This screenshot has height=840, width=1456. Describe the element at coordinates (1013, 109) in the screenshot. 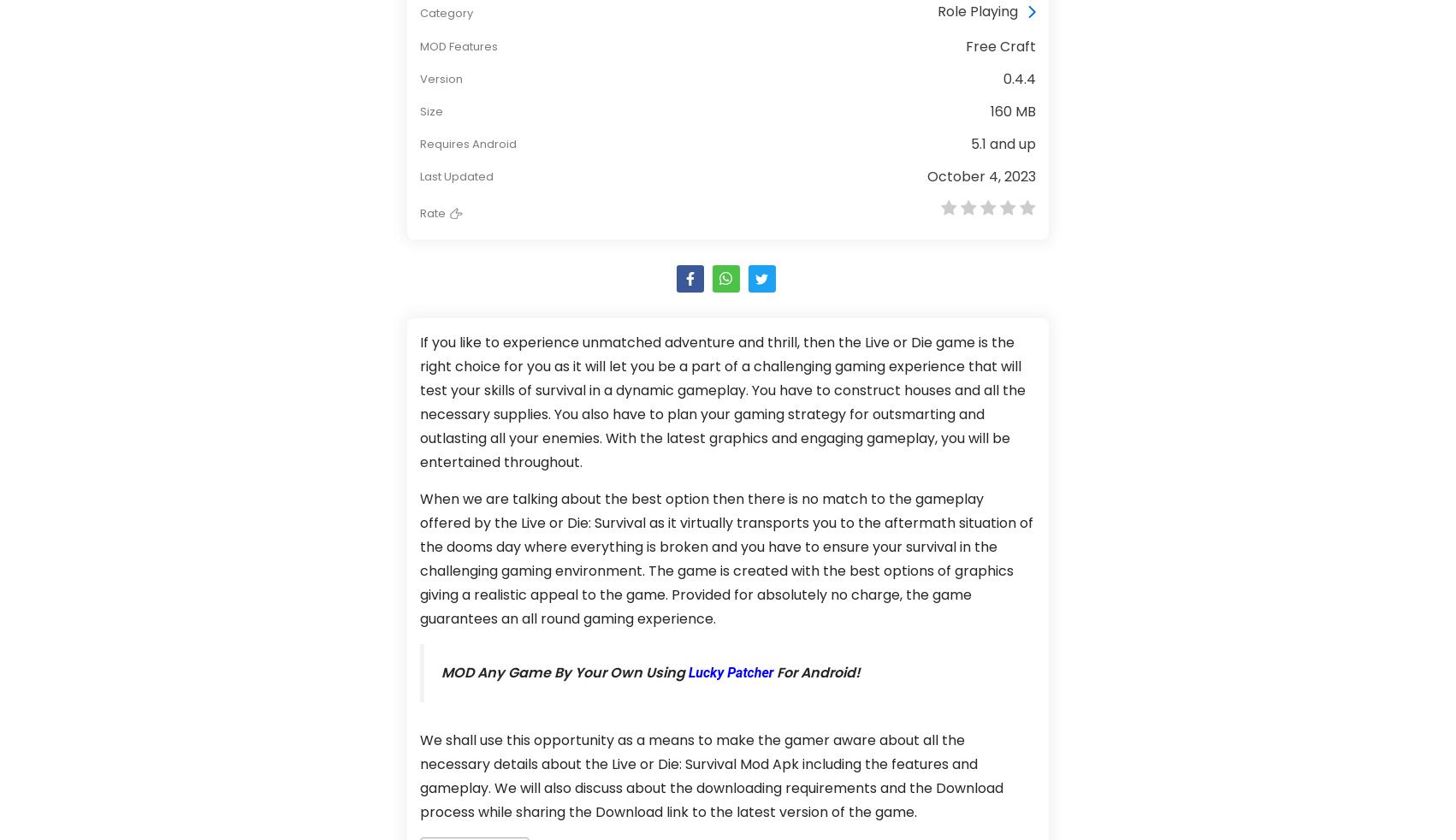

I see `'160 MB'` at that location.